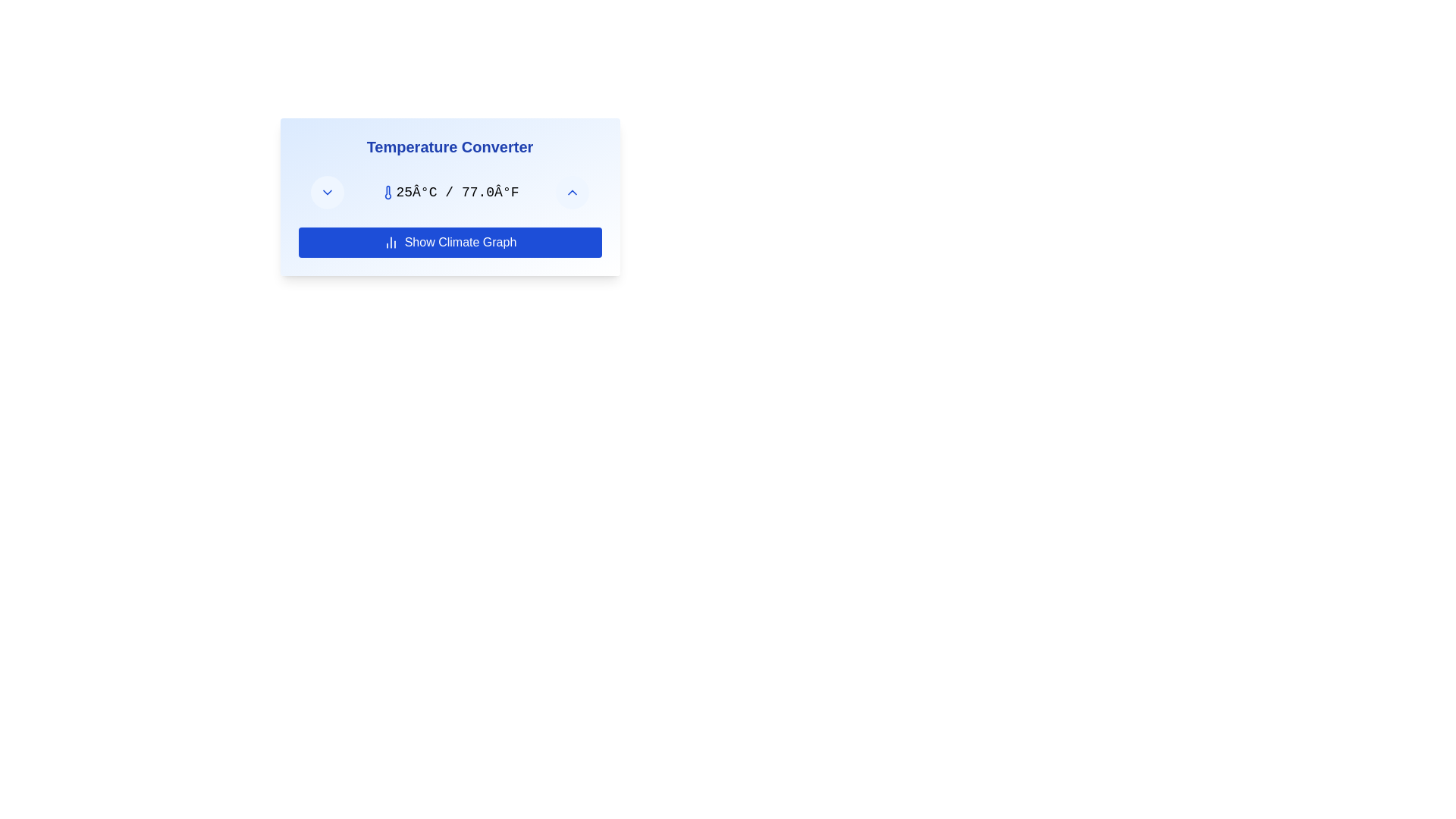 Image resolution: width=1456 pixels, height=819 pixels. What do you see at coordinates (449, 242) in the screenshot?
I see `the blue rectangular button labeled 'Show Climate Graph' with a bar chart icon, located at the bottom of the 'Temperature Converter' card` at bounding box center [449, 242].